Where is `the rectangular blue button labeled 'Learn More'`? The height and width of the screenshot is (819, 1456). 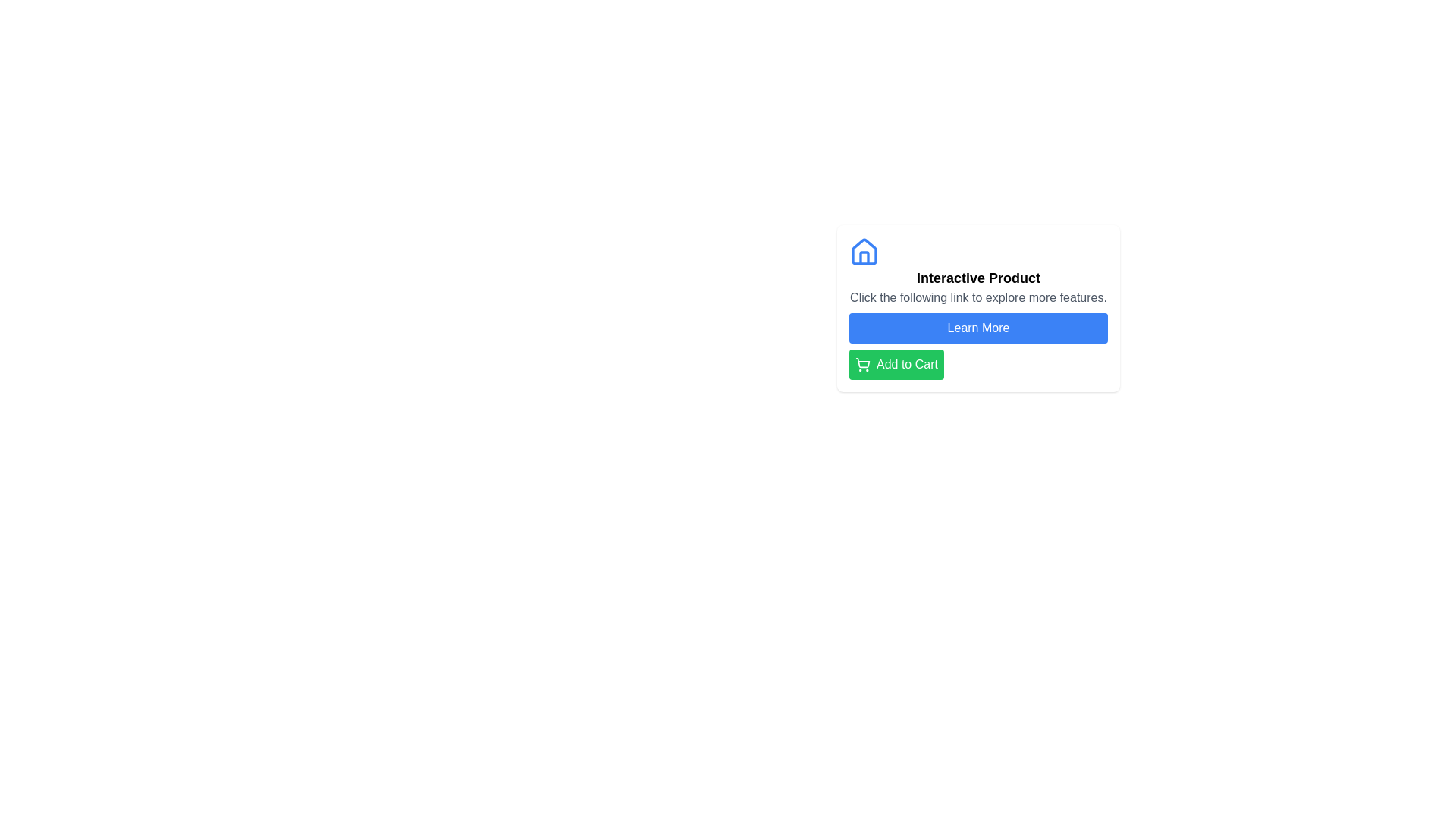 the rectangular blue button labeled 'Learn More' is located at coordinates (978, 327).